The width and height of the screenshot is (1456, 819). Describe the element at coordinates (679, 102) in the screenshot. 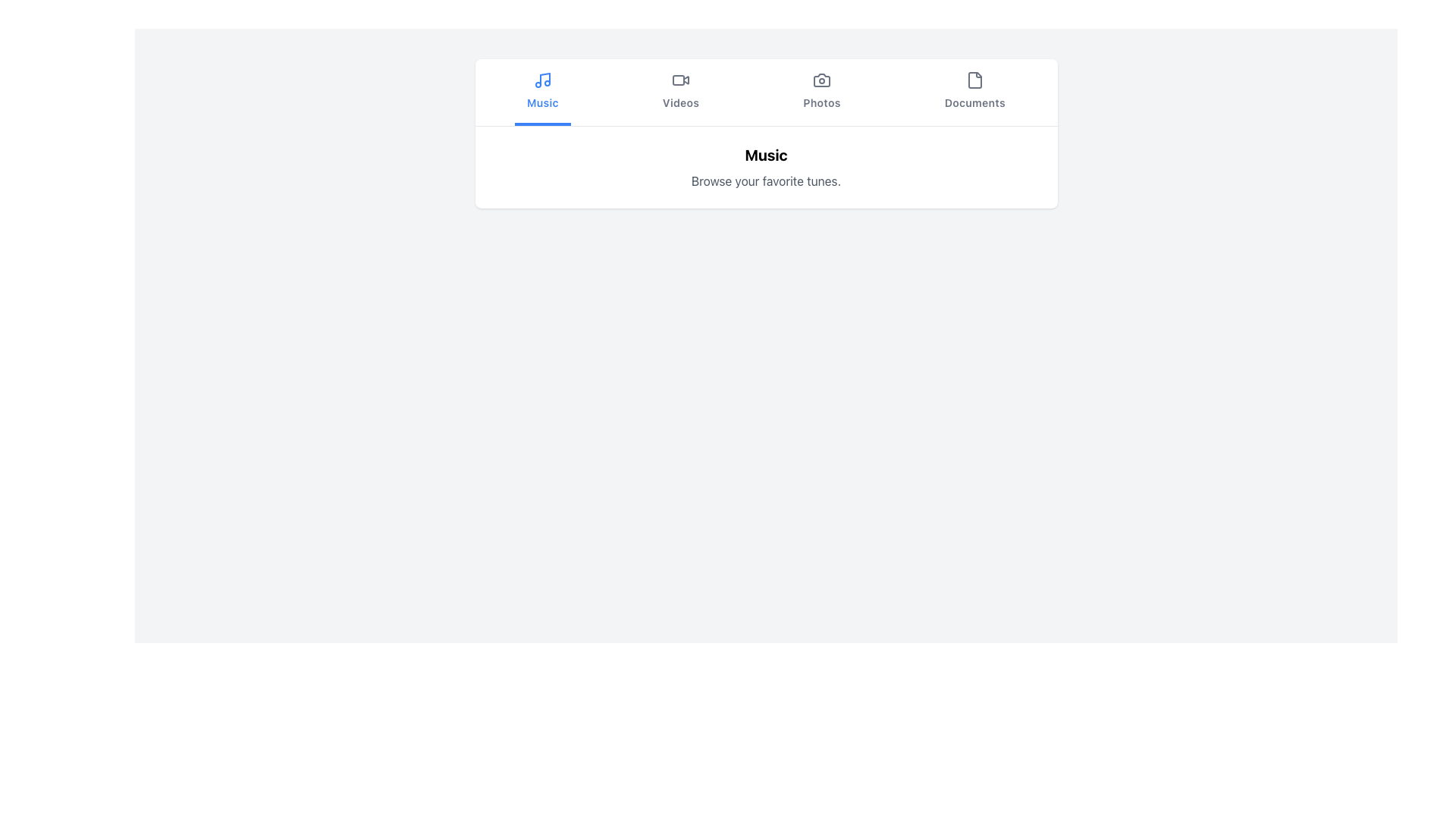

I see `'Videos' text label, which is the second tab in a horizontal row of tabs located at the top center of the page, below a video camera icon` at that location.